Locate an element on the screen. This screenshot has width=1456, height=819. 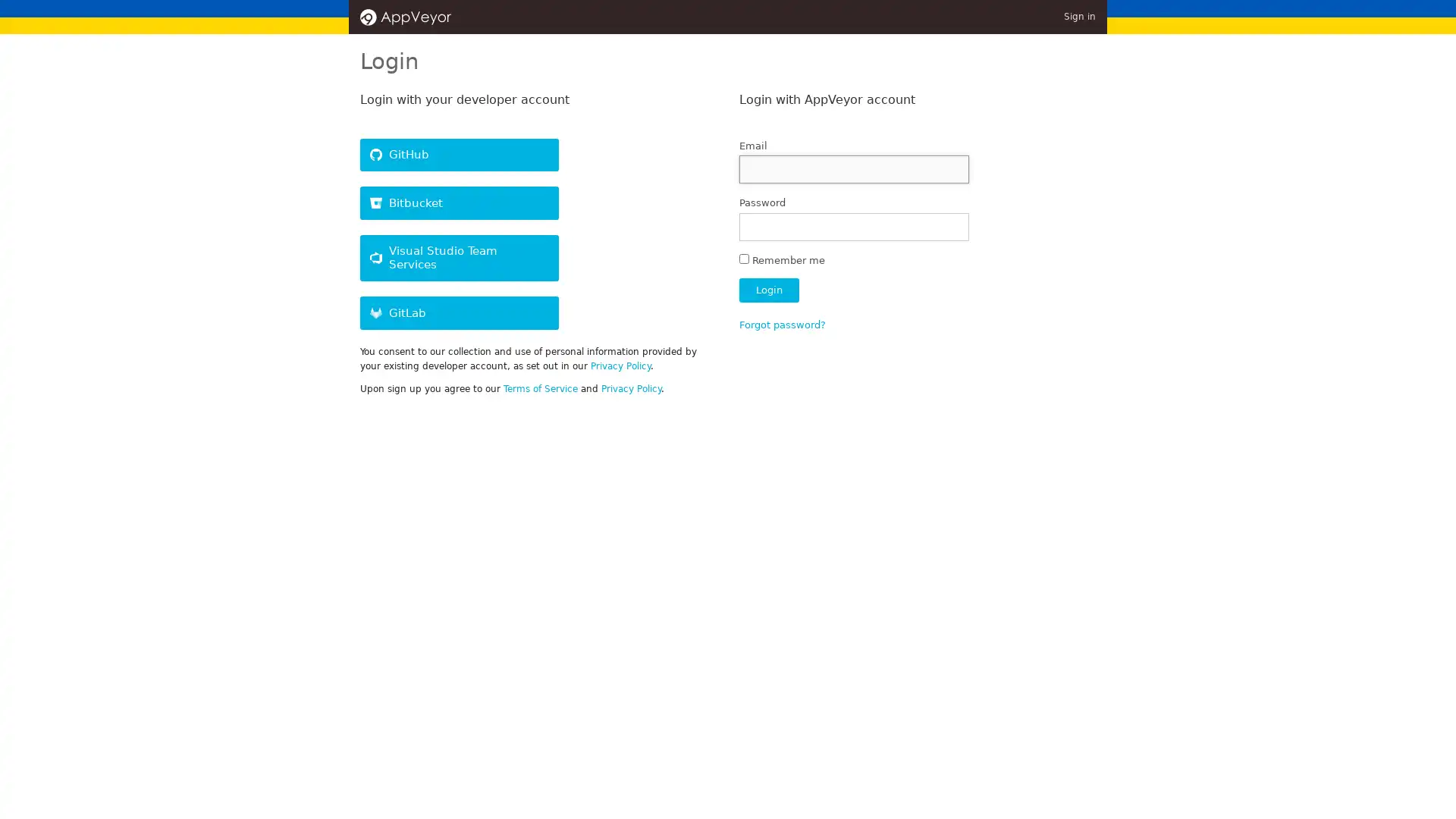
Login is located at coordinates (768, 290).